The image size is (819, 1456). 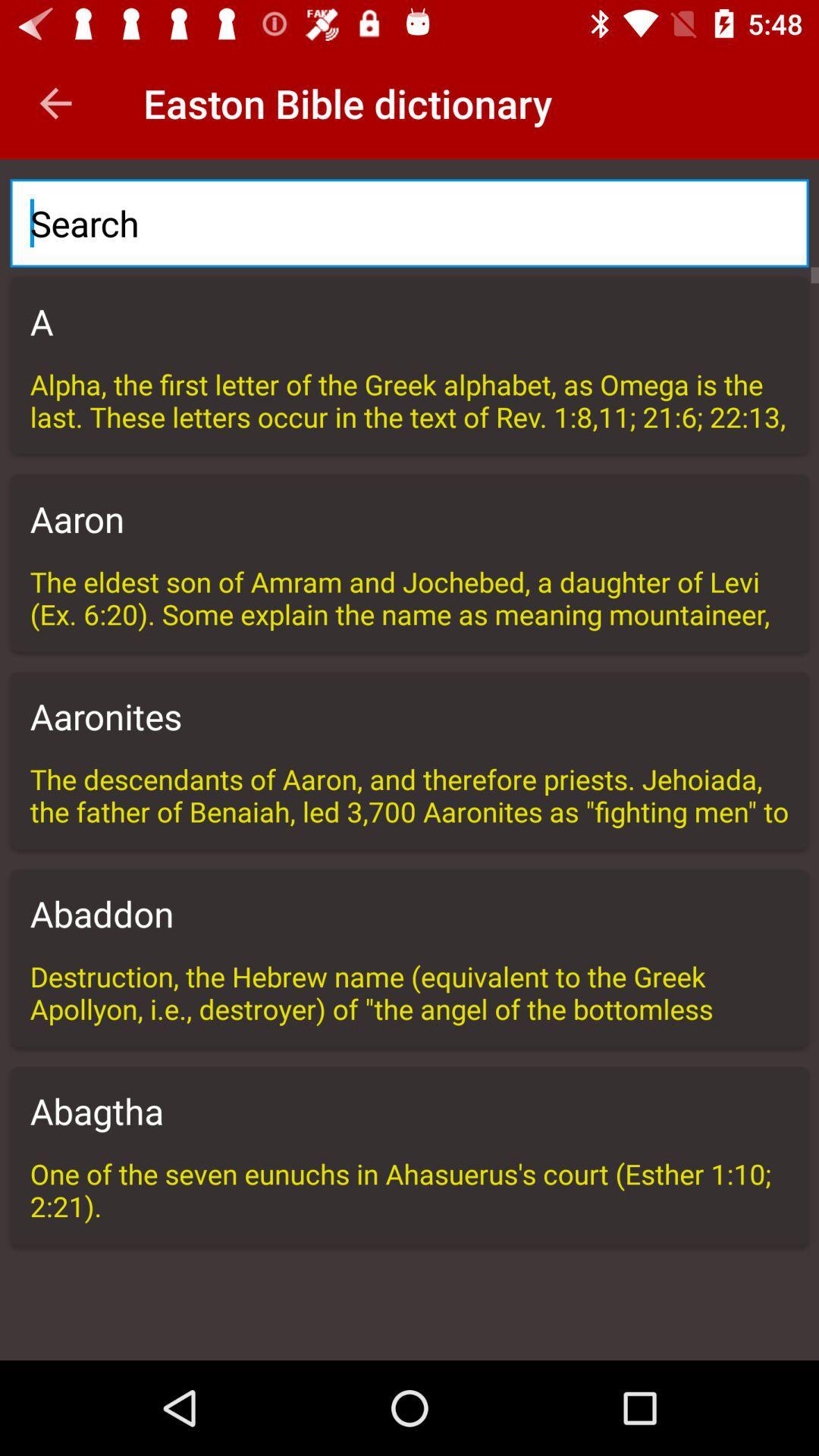 What do you see at coordinates (409, 596) in the screenshot?
I see `the icon below aaron item` at bounding box center [409, 596].